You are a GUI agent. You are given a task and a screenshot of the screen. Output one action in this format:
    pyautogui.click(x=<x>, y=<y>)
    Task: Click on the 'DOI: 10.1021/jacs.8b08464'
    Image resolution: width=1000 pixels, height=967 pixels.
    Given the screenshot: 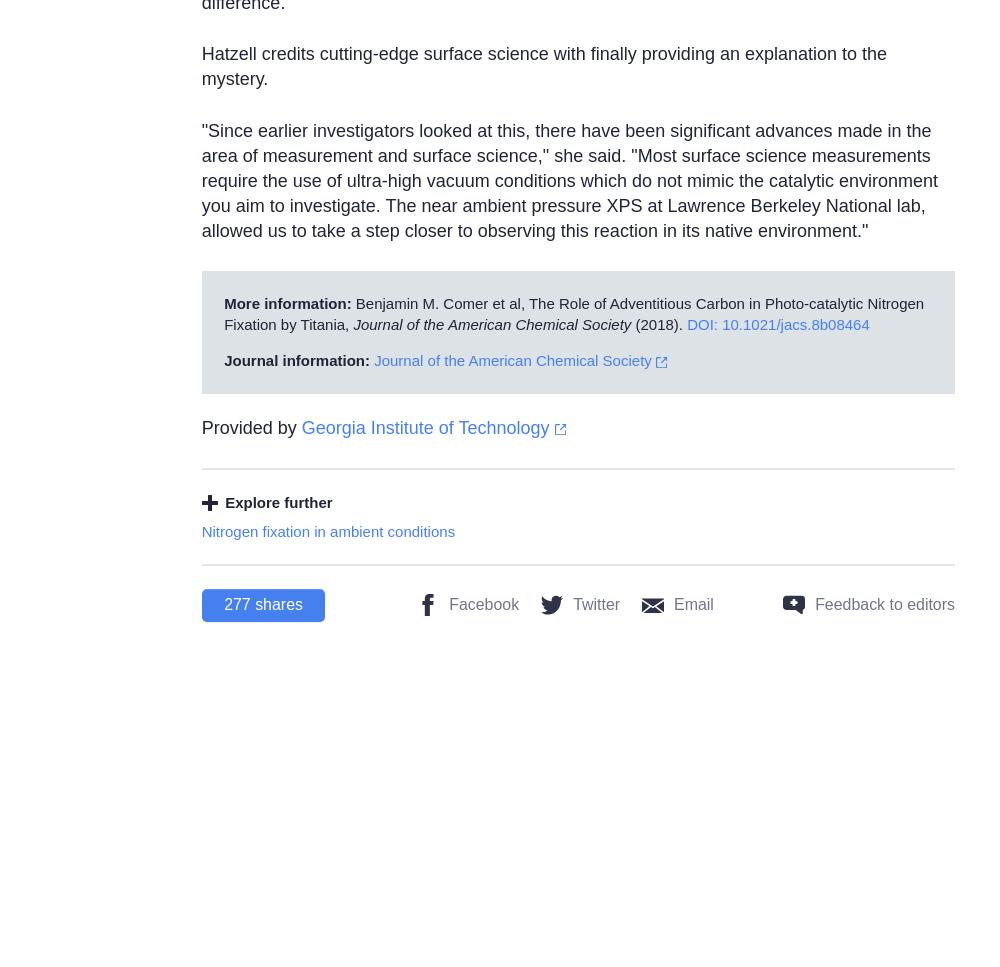 What is the action you would take?
    pyautogui.click(x=778, y=324)
    